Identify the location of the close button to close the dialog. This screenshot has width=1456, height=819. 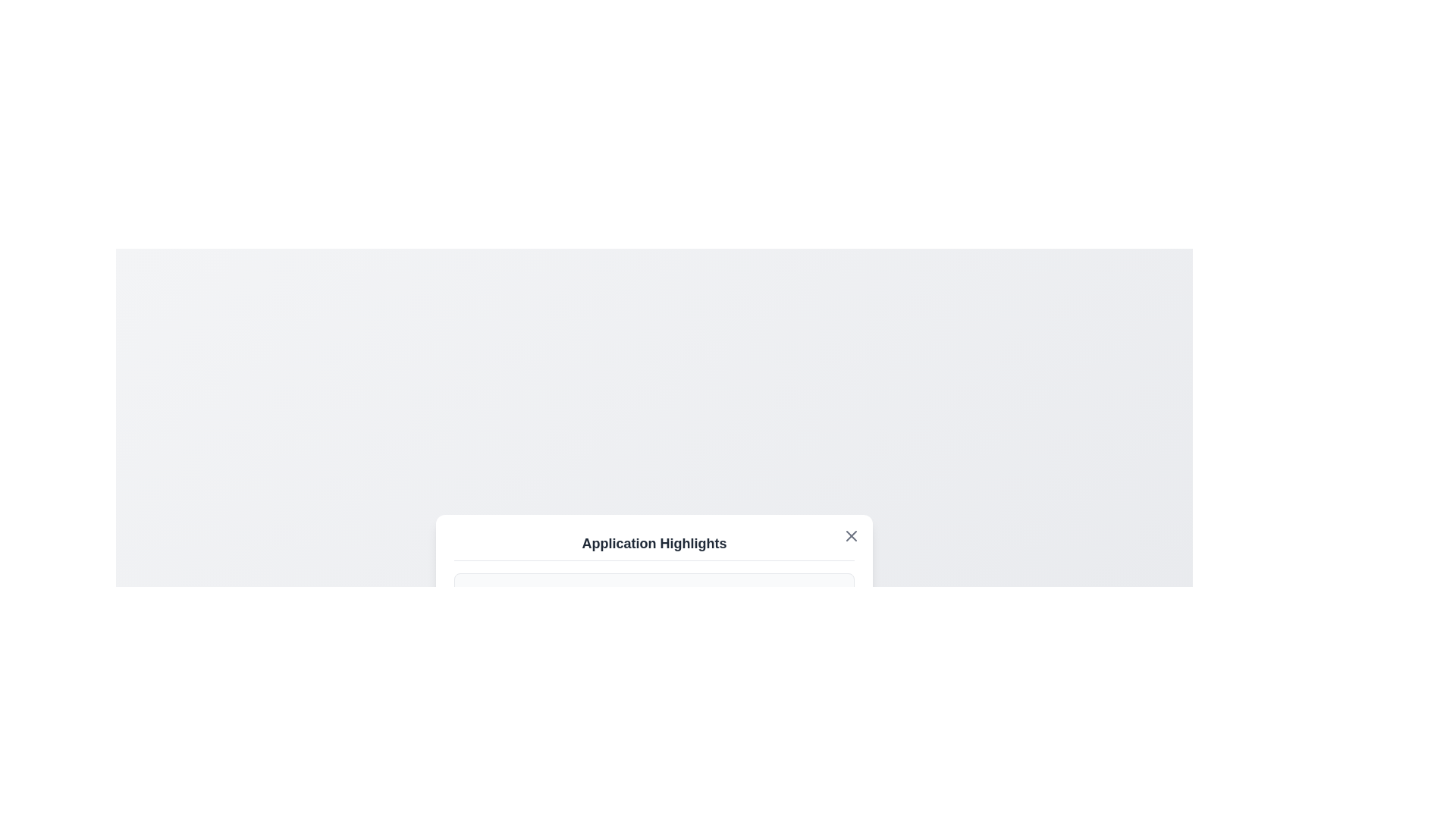
(852, 535).